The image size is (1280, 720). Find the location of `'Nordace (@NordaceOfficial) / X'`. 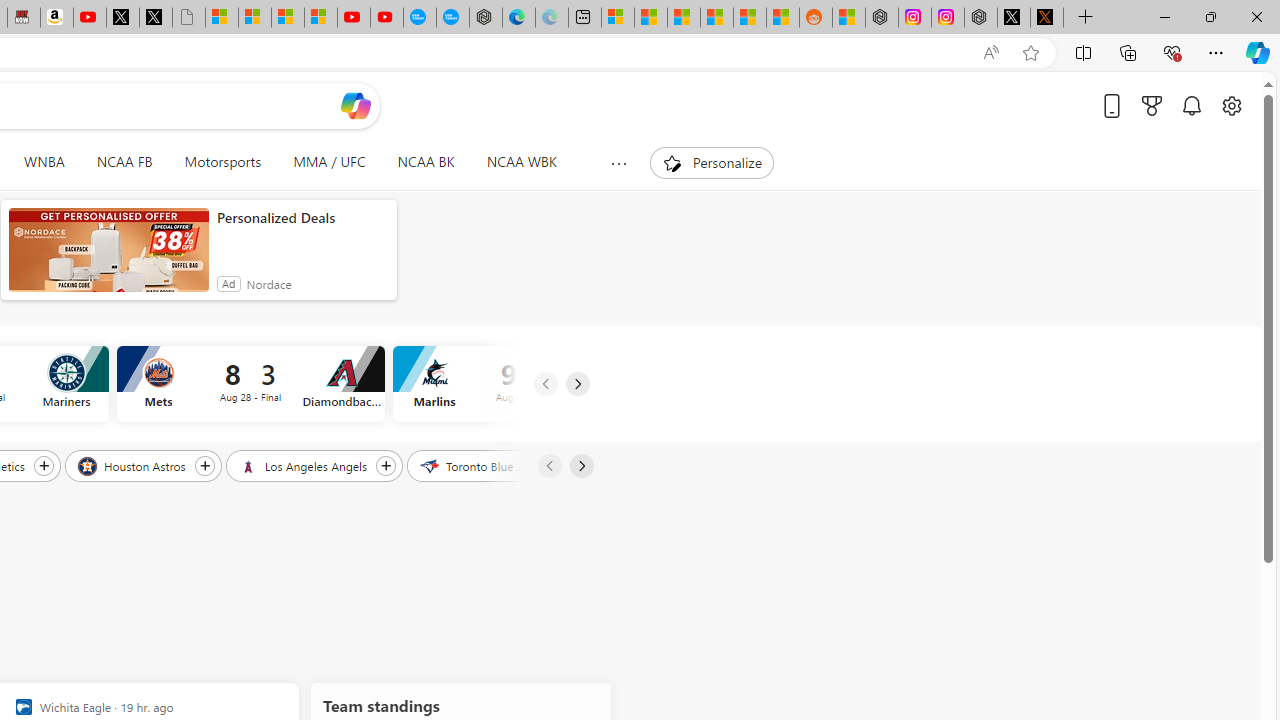

'Nordace (@NordaceOfficial) / X' is located at coordinates (1014, 17).